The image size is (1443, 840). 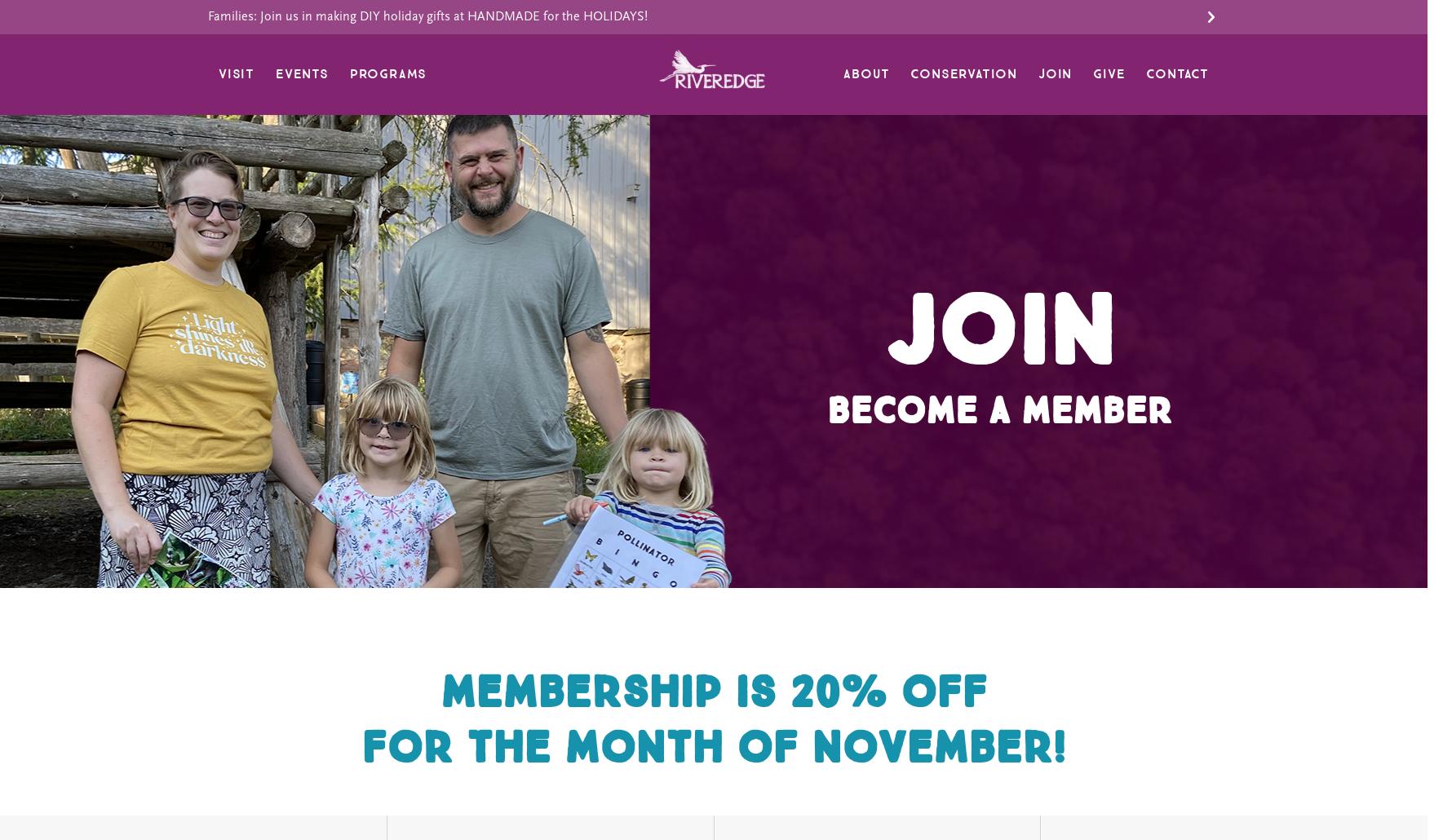 What do you see at coordinates (998, 411) in the screenshot?
I see `'Become a member'` at bounding box center [998, 411].